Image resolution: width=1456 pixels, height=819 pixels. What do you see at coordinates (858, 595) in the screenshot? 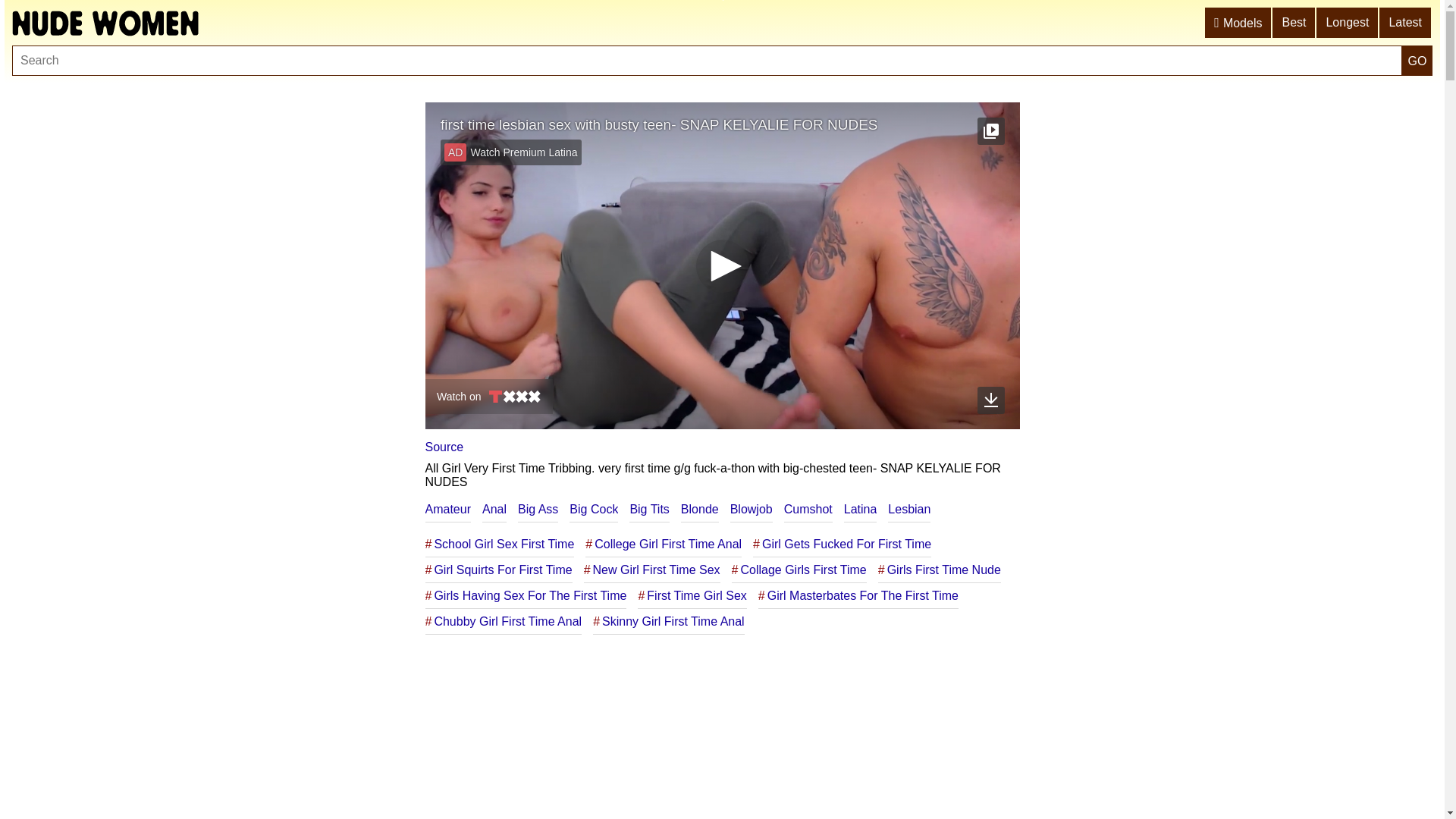
I see `'Girl Masterbates For The First Time'` at bounding box center [858, 595].